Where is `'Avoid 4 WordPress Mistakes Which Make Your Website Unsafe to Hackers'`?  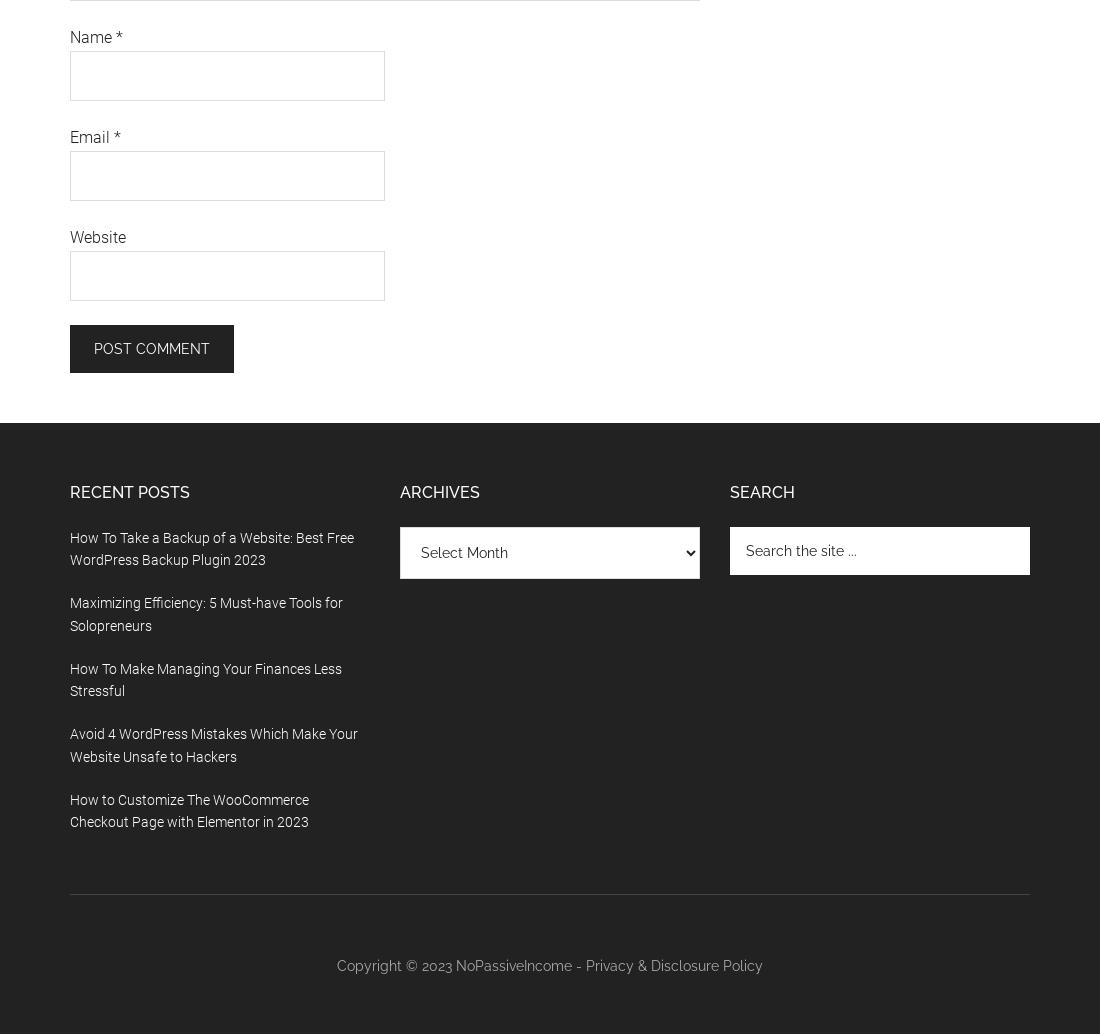 'Avoid 4 WordPress Mistakes Which Make Your Website Unsafe to Hackers' is located at coordinates (68, 744).